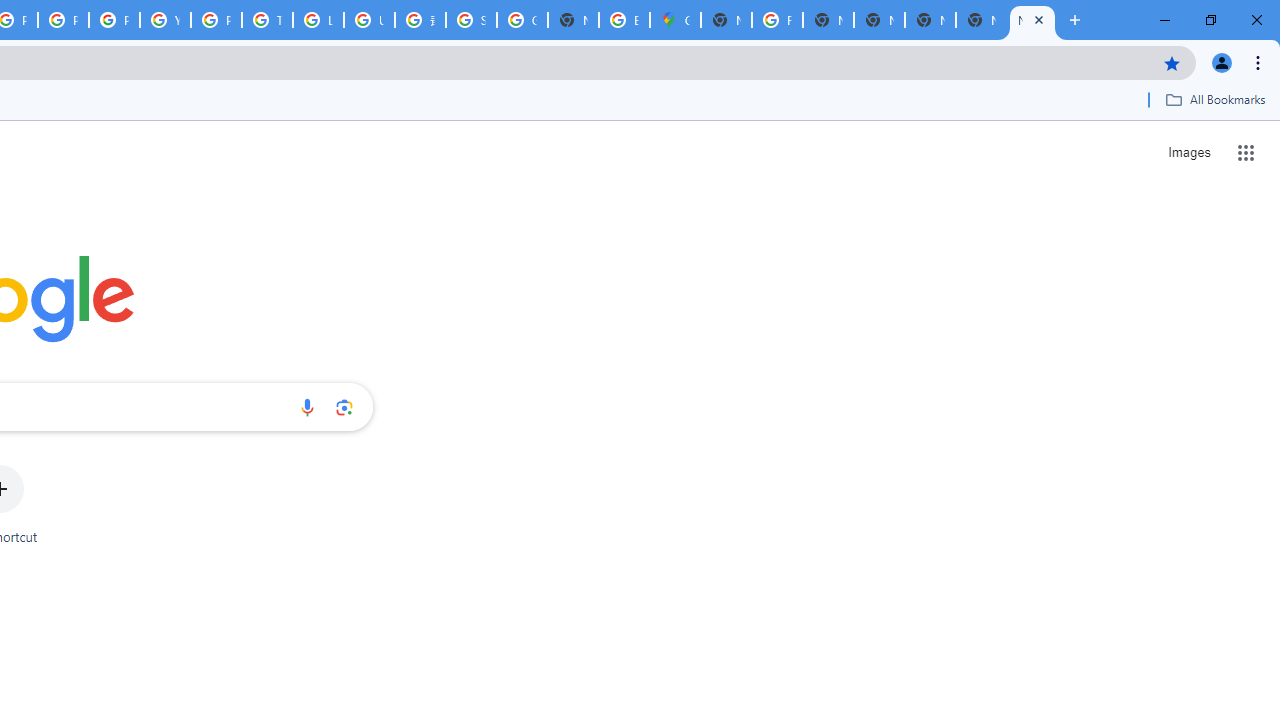 This screenshot has height=720, width=1280. What do you see at coordinates (306, 406) in the screenshot?
I see `'Search by voice'` at bounding box center [306, 406].